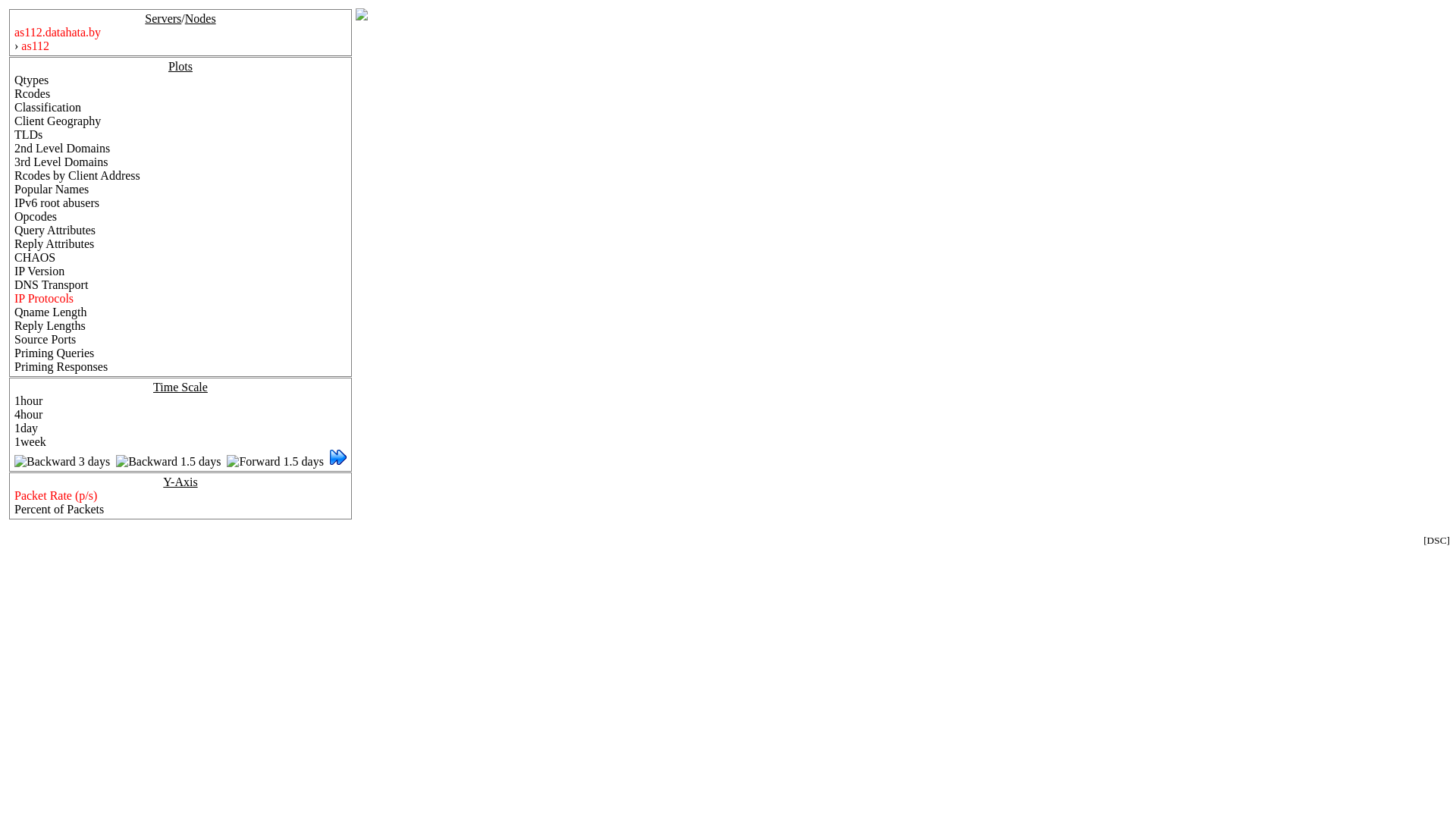 The width and height of the screenshot is (1456, 819). I want to click on '2nd Level Domains', so click(61, 148).